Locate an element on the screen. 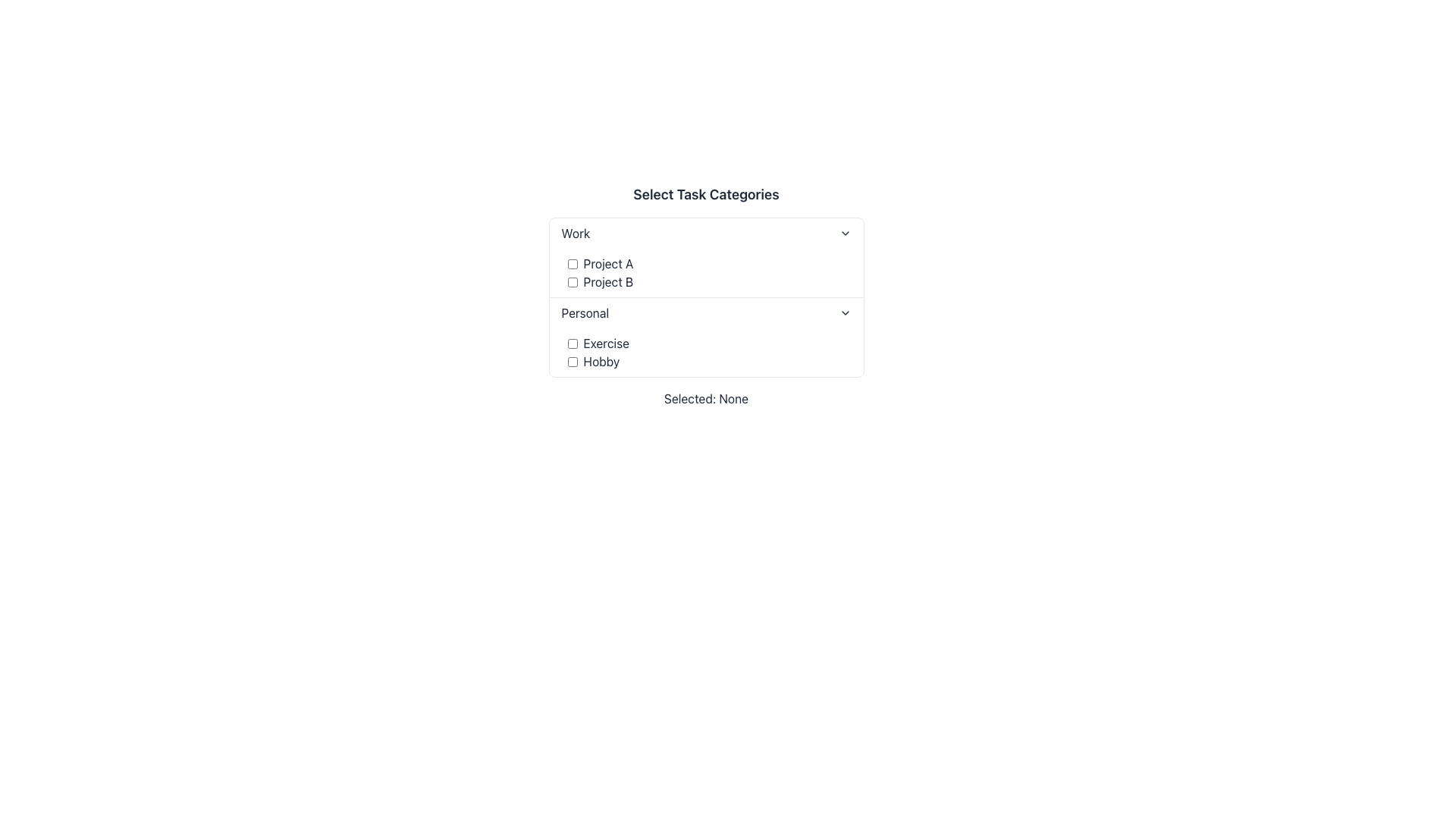  the label displaying 'Project B', which is the second item under the 'Work' category and is positioned directly below 'Project A' is located at coordinates (608, 281).